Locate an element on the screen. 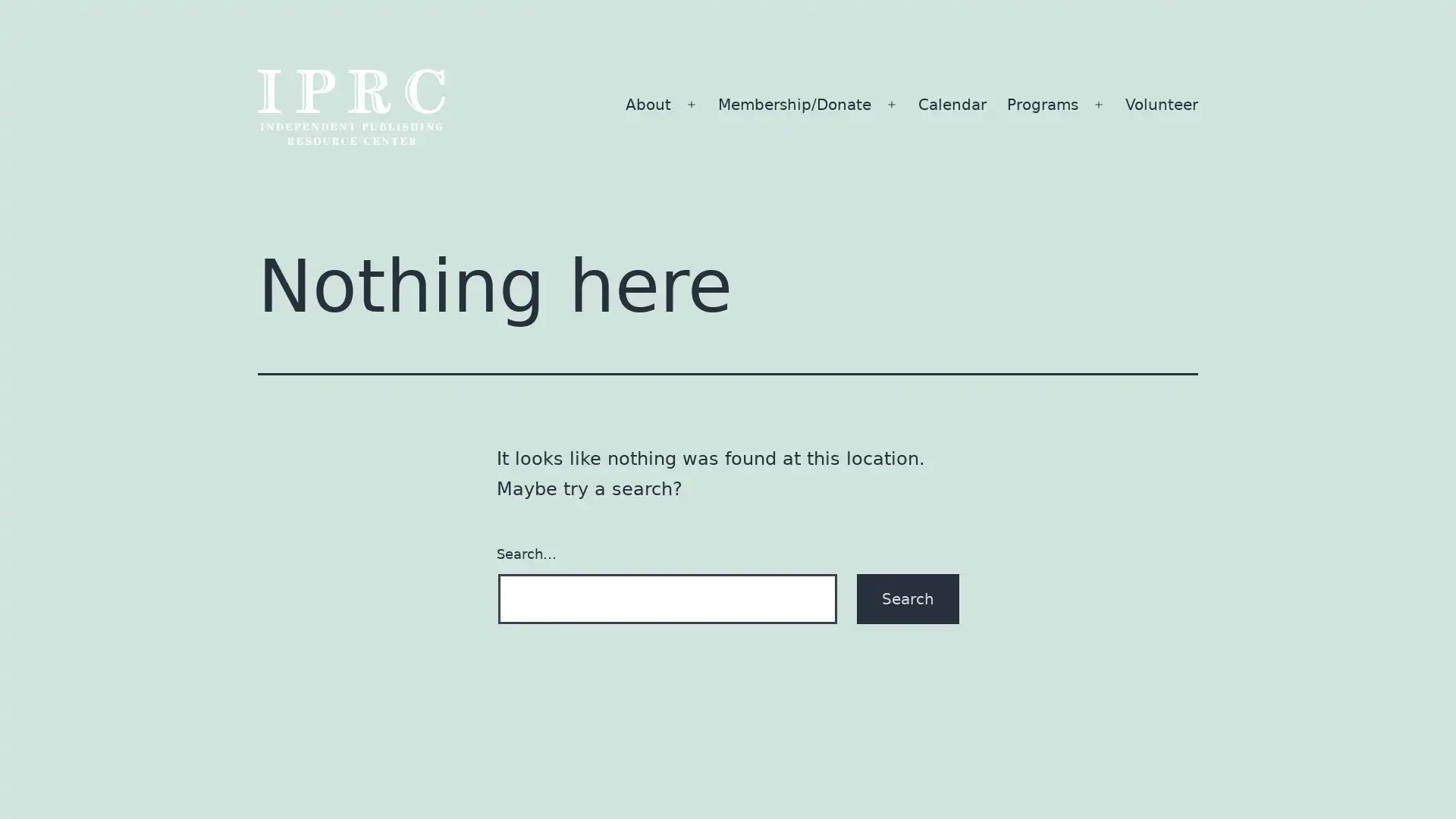 The height and width of the screenshot is (819, 1456). Open menu is located at coordinates (892, 104).